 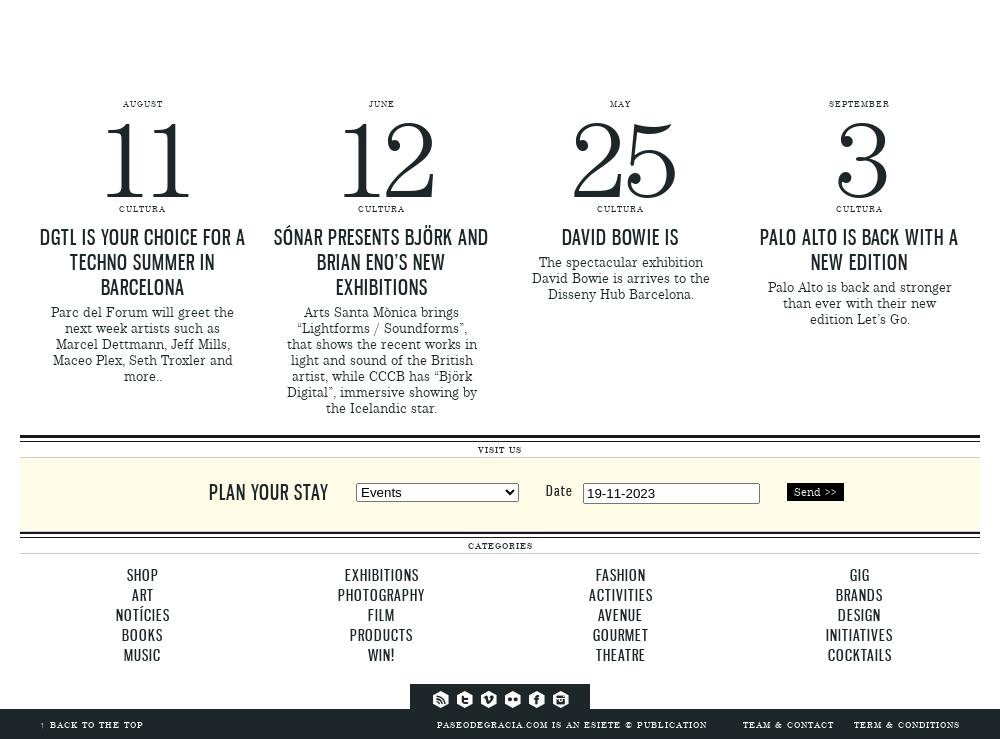 What do you see at coordinates (858, 160) in the screenshot?
I see `'3'` at bounding box center [858, 160].